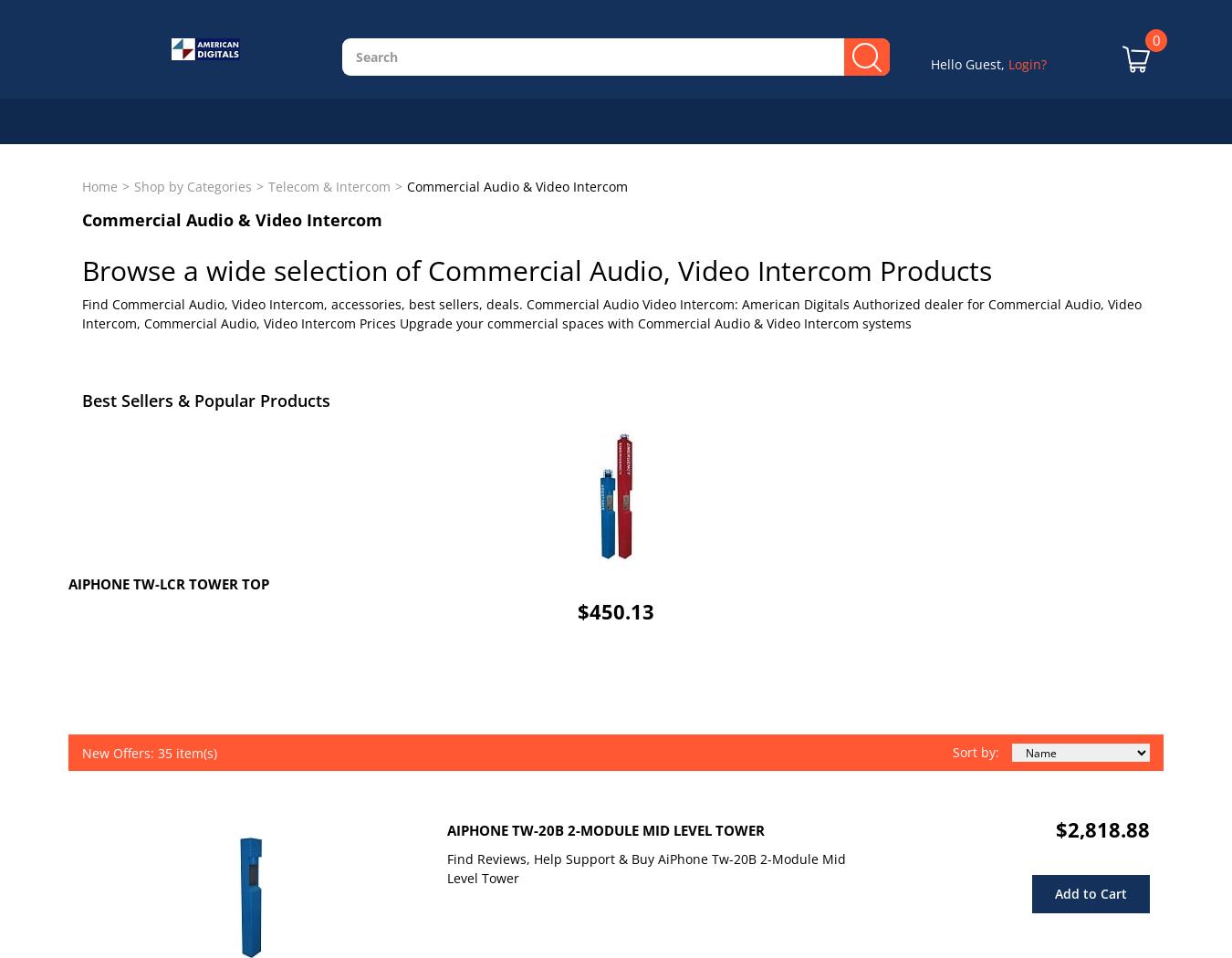 The image size is (1232, 958). What do you see at coordinates (969, 63) in the screenshot?
I see `'Hello Guest,'` at bounding box center [969, 63].